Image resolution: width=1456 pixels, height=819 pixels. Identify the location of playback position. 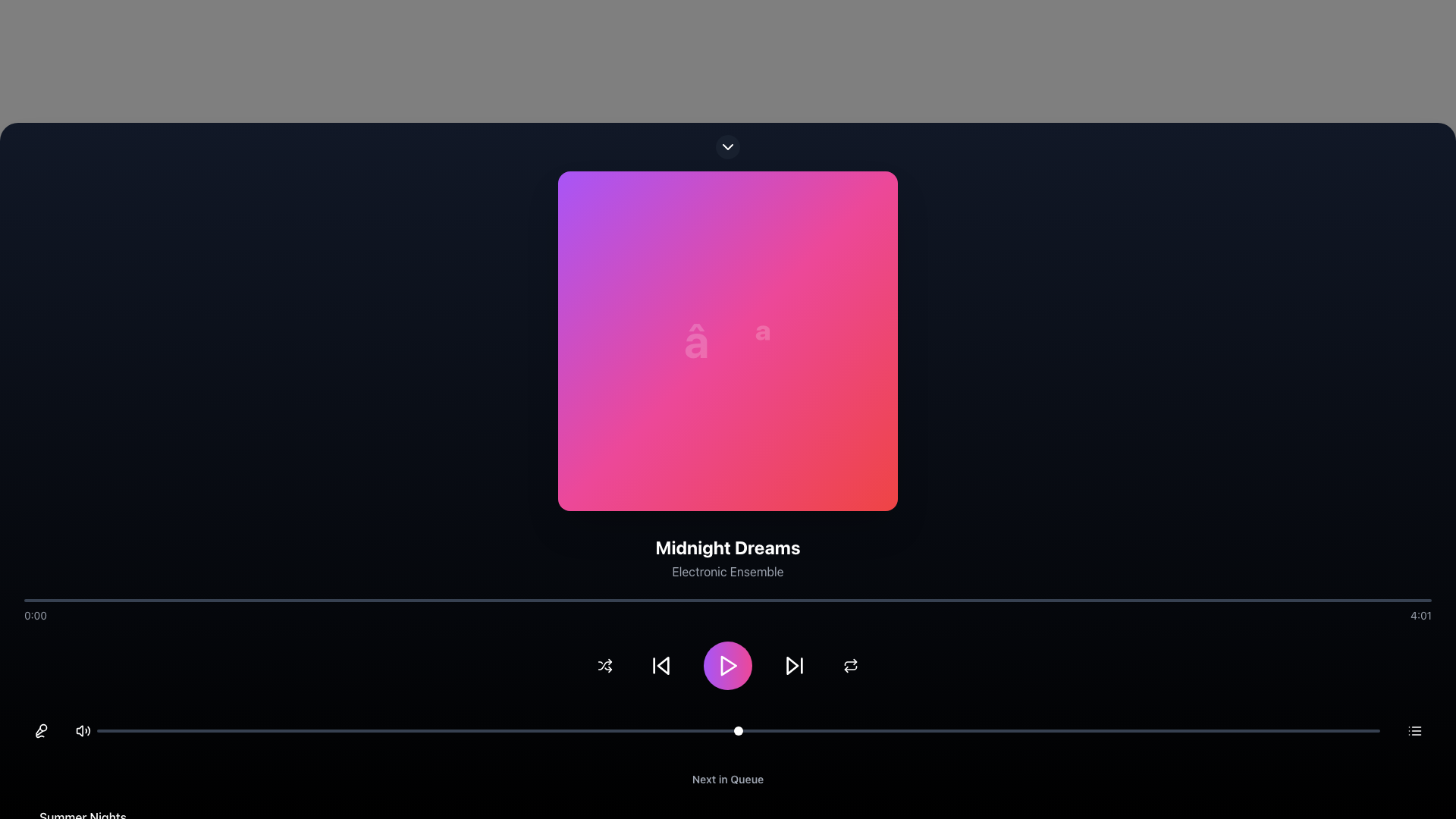
(1375, 599).